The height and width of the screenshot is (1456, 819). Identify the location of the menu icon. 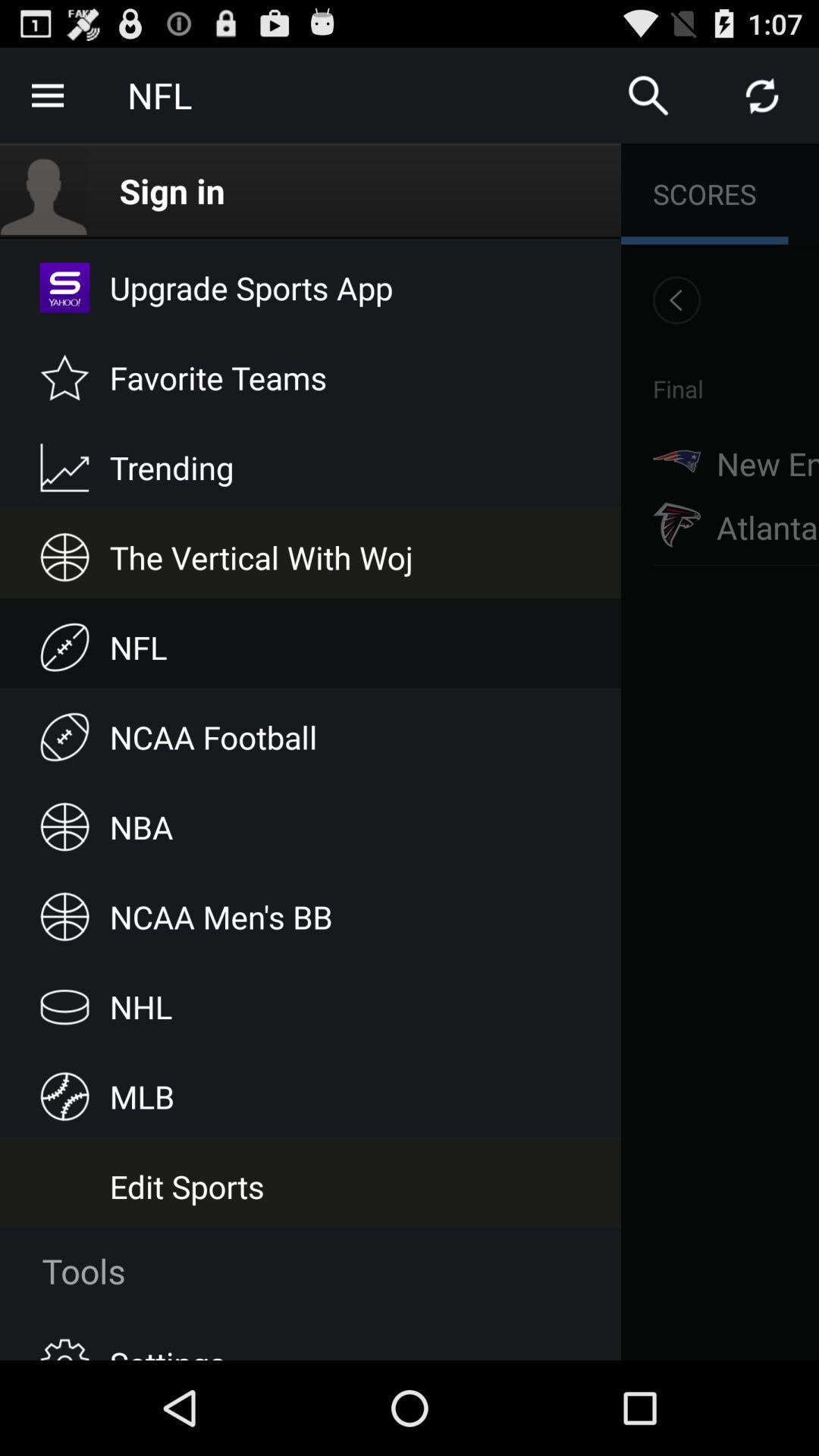
(46, 101).